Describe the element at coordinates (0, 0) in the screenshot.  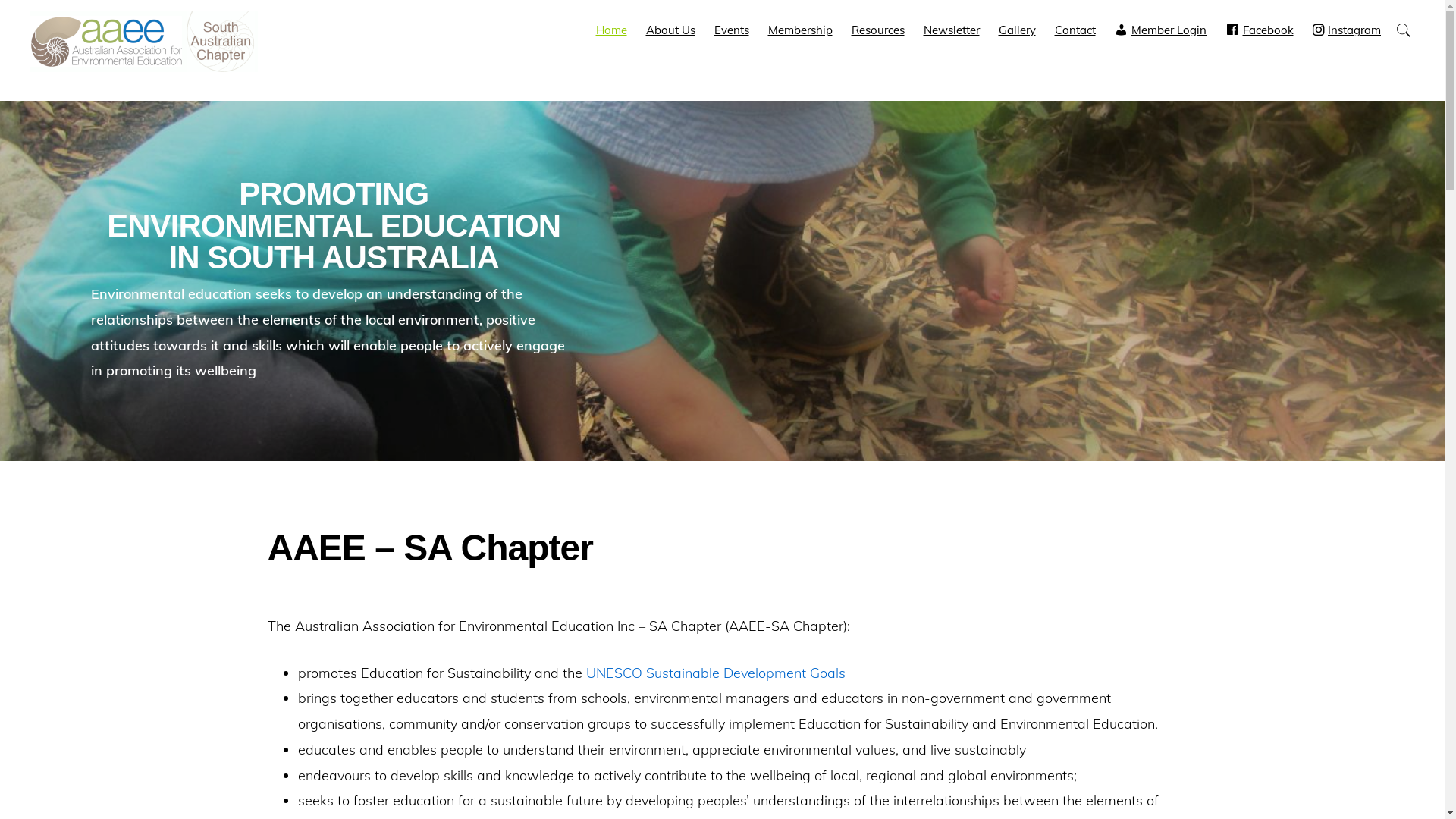
I see `'Skip to primary navigation'` at that location.